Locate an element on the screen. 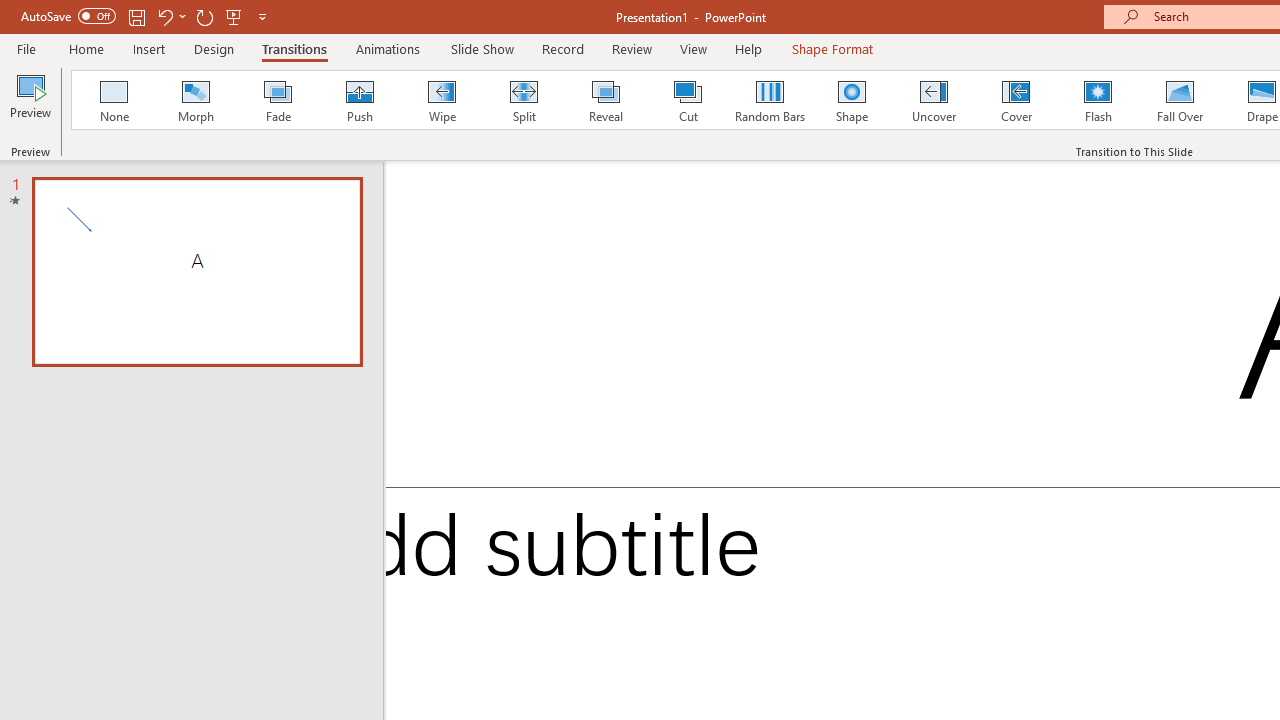 Image resolution: width=1280 pixels, height=720 pixels. 'Flash' is located at coordinates (1097, 100).